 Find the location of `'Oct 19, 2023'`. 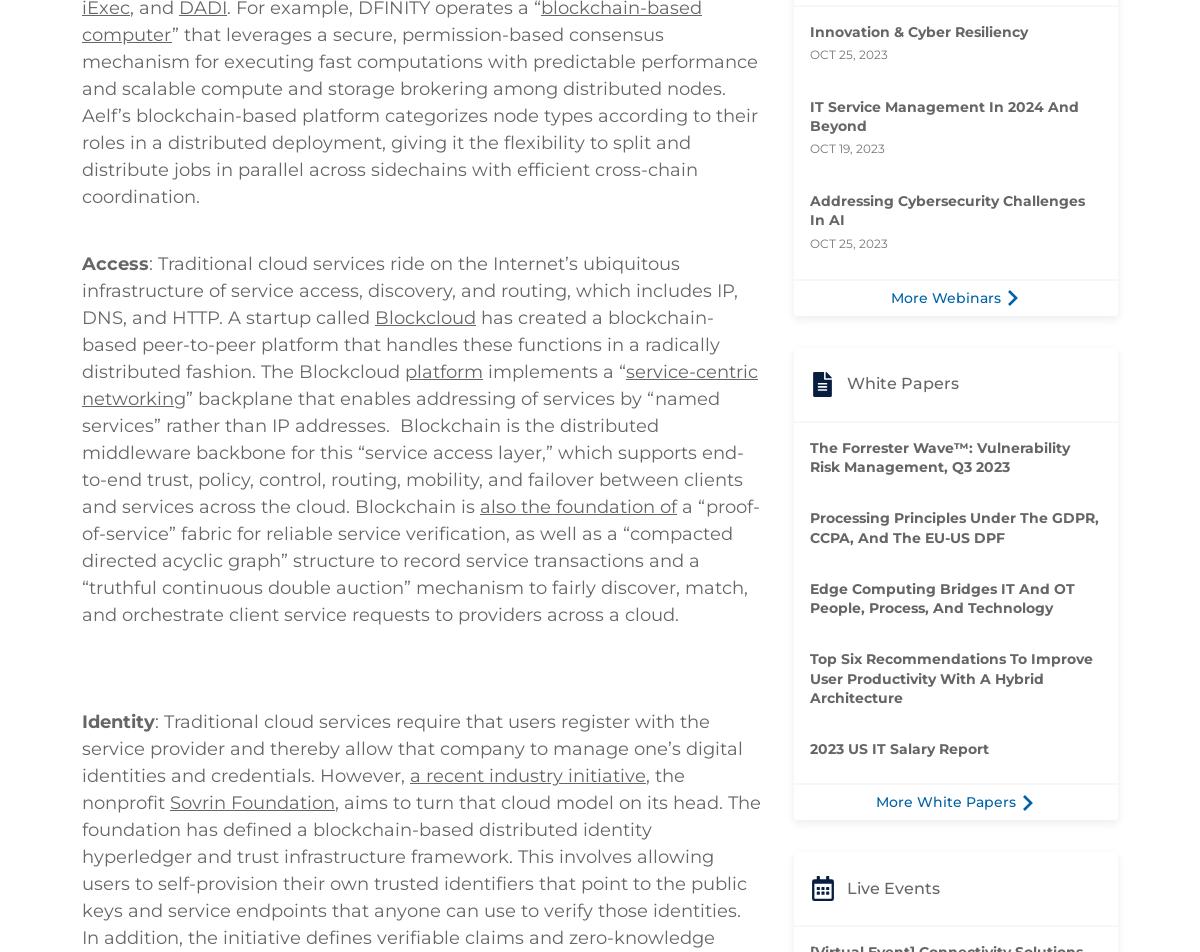

'Oct 19, 2023' is located at coordinates (846, 148).